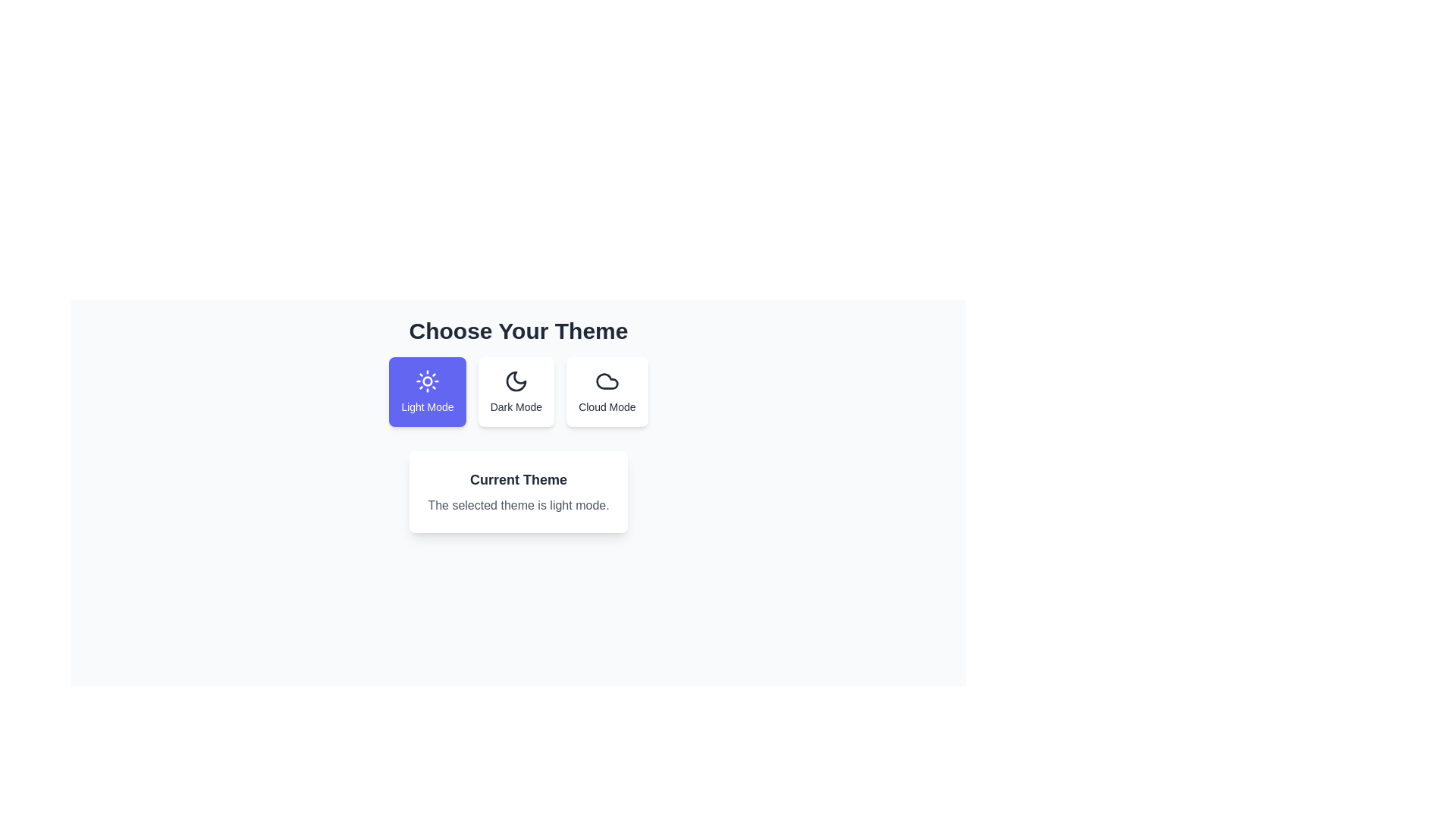 This screenshot has width=1456, height=819. Describe the element at coordinates (516, 391) in the screenshot. I see `the theme by clicking on the respective button for Dark Mode` at that location.